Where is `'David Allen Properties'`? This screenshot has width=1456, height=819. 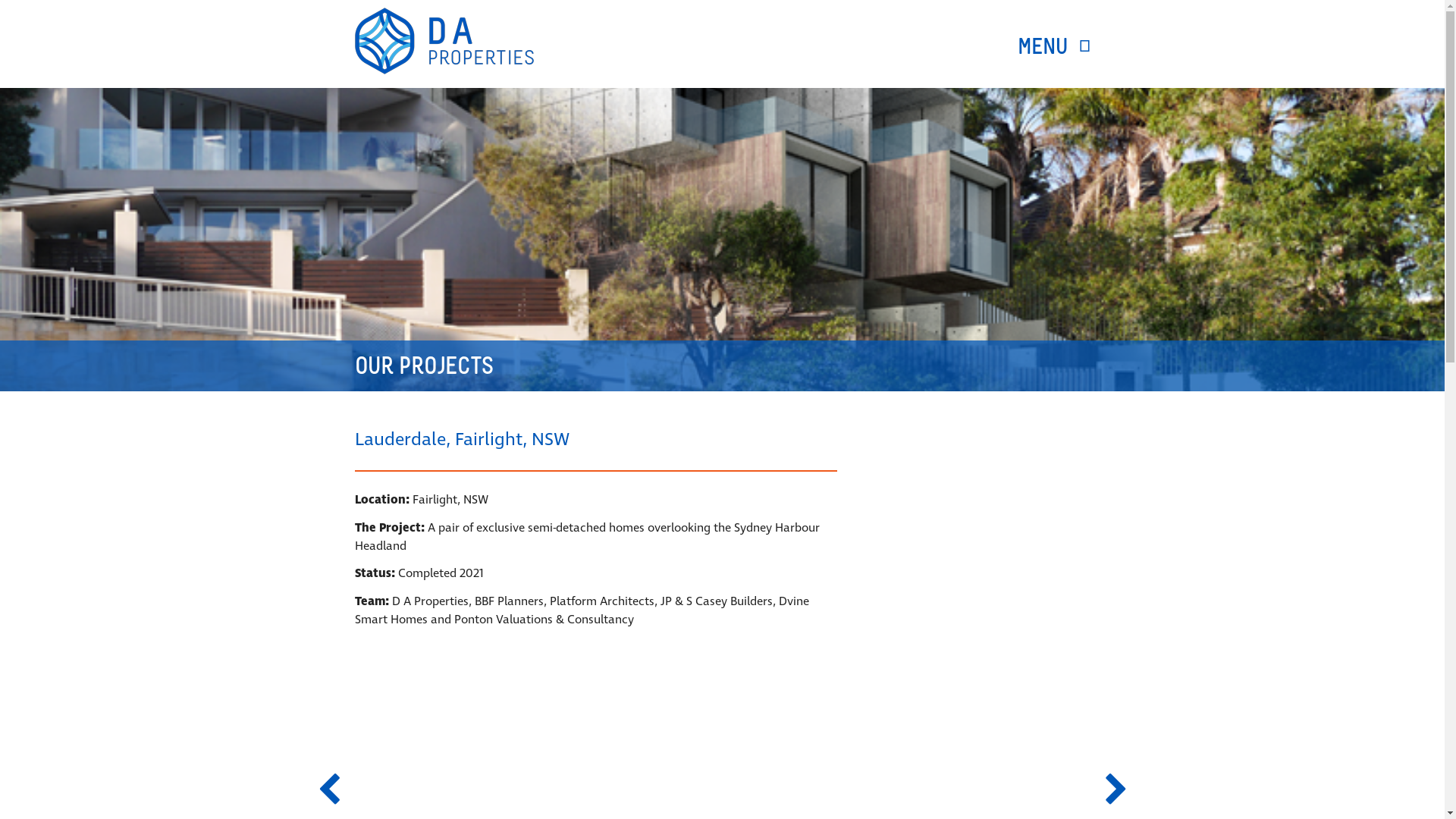
'David Allen Properties' is located at coordinates (443, 40).